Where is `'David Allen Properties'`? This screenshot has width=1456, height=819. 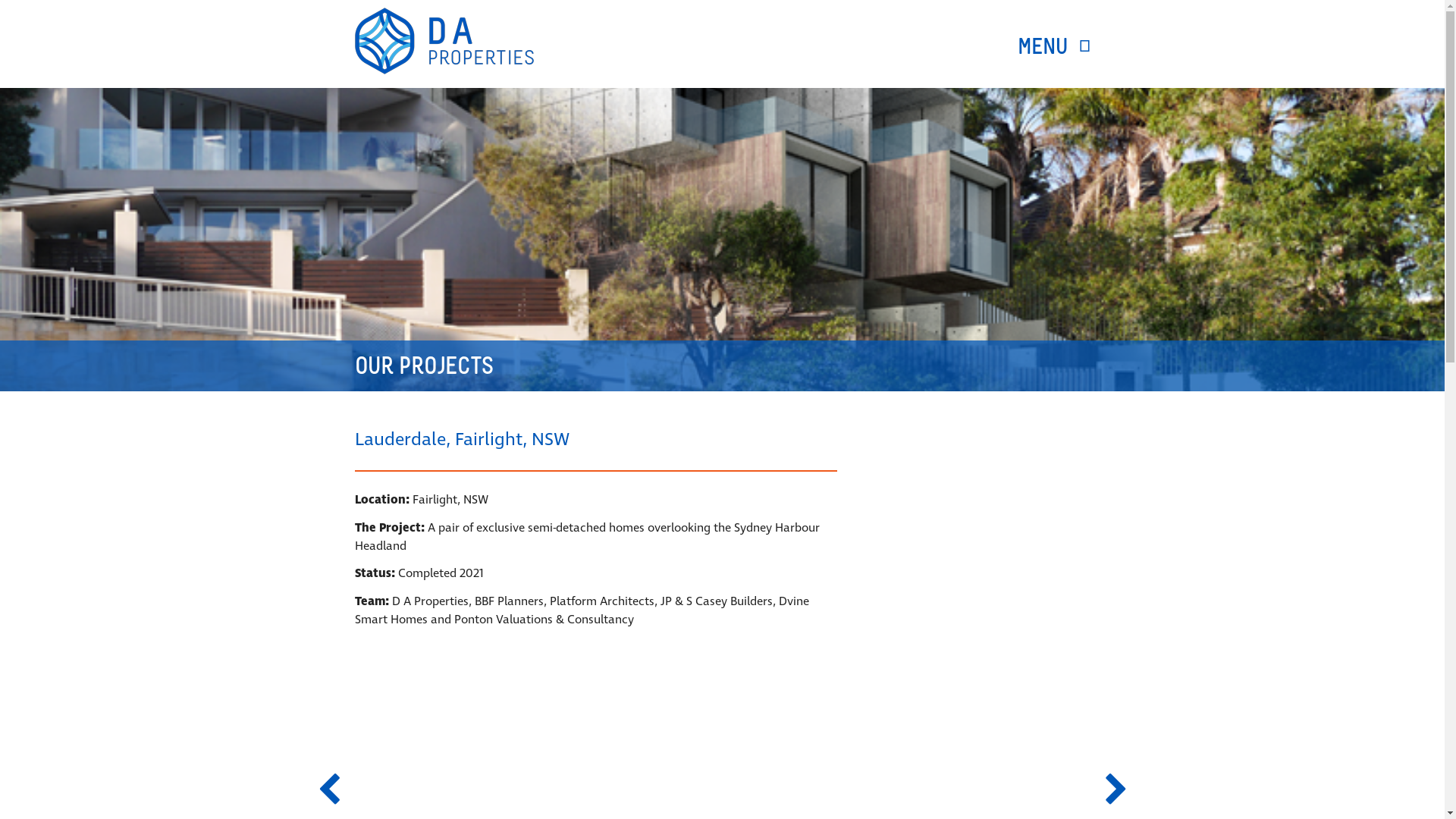
'David Allen Properties' is located at coordinates (443, 40).